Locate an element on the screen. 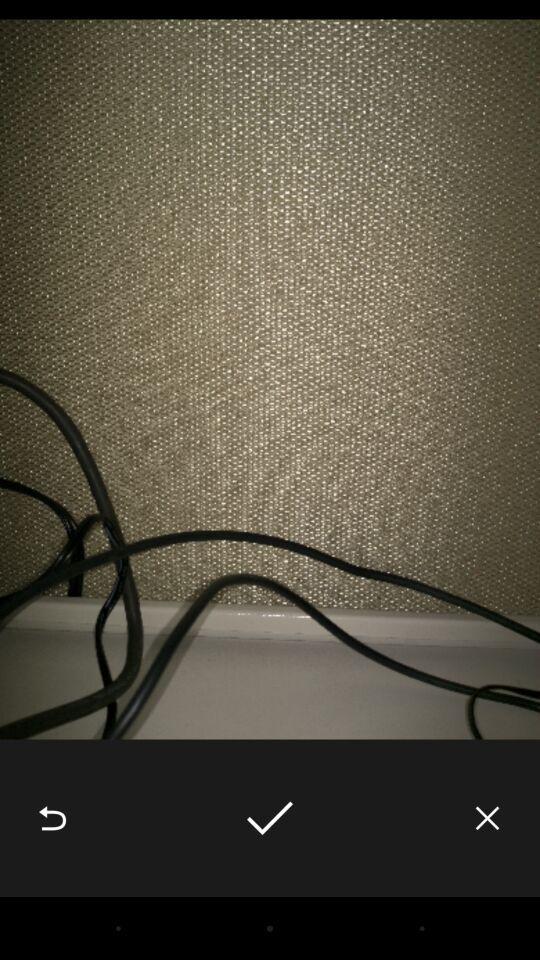 This screenshot has height=960, width=540. icon at the bottom left corner is located at coordinates (52, 818).